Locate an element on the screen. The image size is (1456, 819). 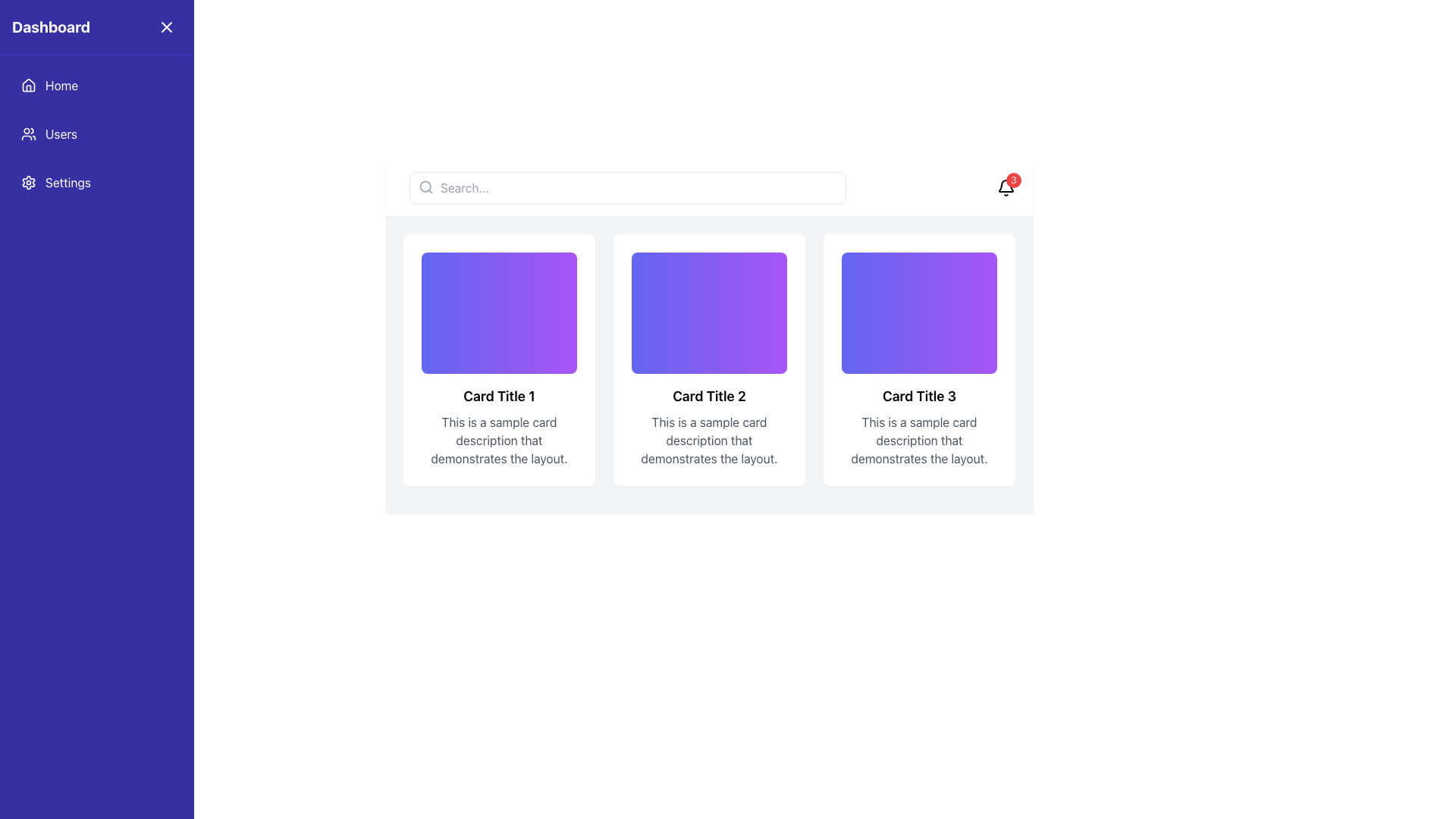
the 'Users' menu icon located in the sidebar of the application interface, positioned below 'Home' and above 'Settings' is located at coordinates (29, 133).